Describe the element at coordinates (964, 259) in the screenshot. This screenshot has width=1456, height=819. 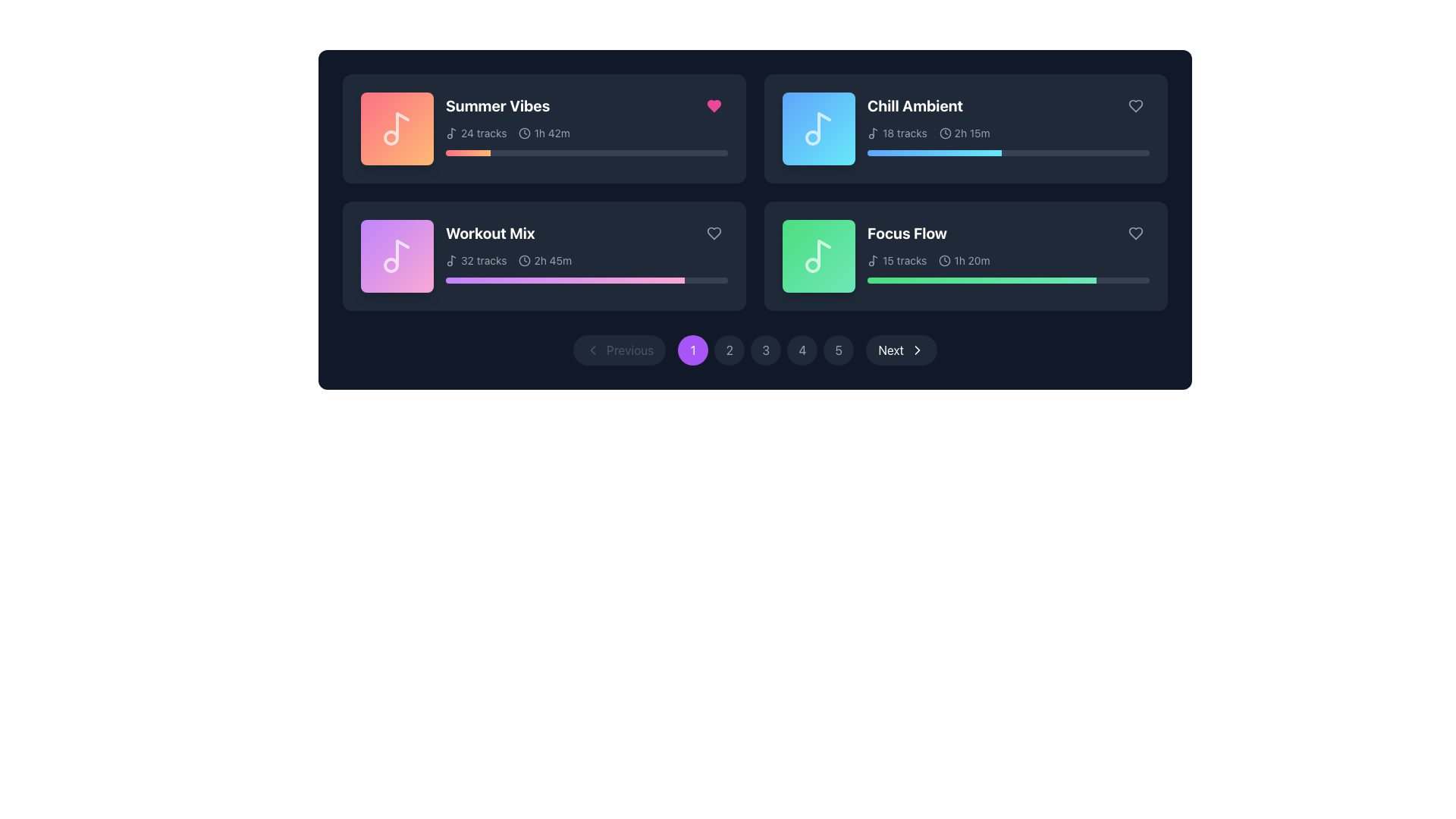
I see `the '1h 20m' text with clock icon located in the 'Focus Flow' section, positioned to the right of '15 tracks' and below the green progress bar` at that location.